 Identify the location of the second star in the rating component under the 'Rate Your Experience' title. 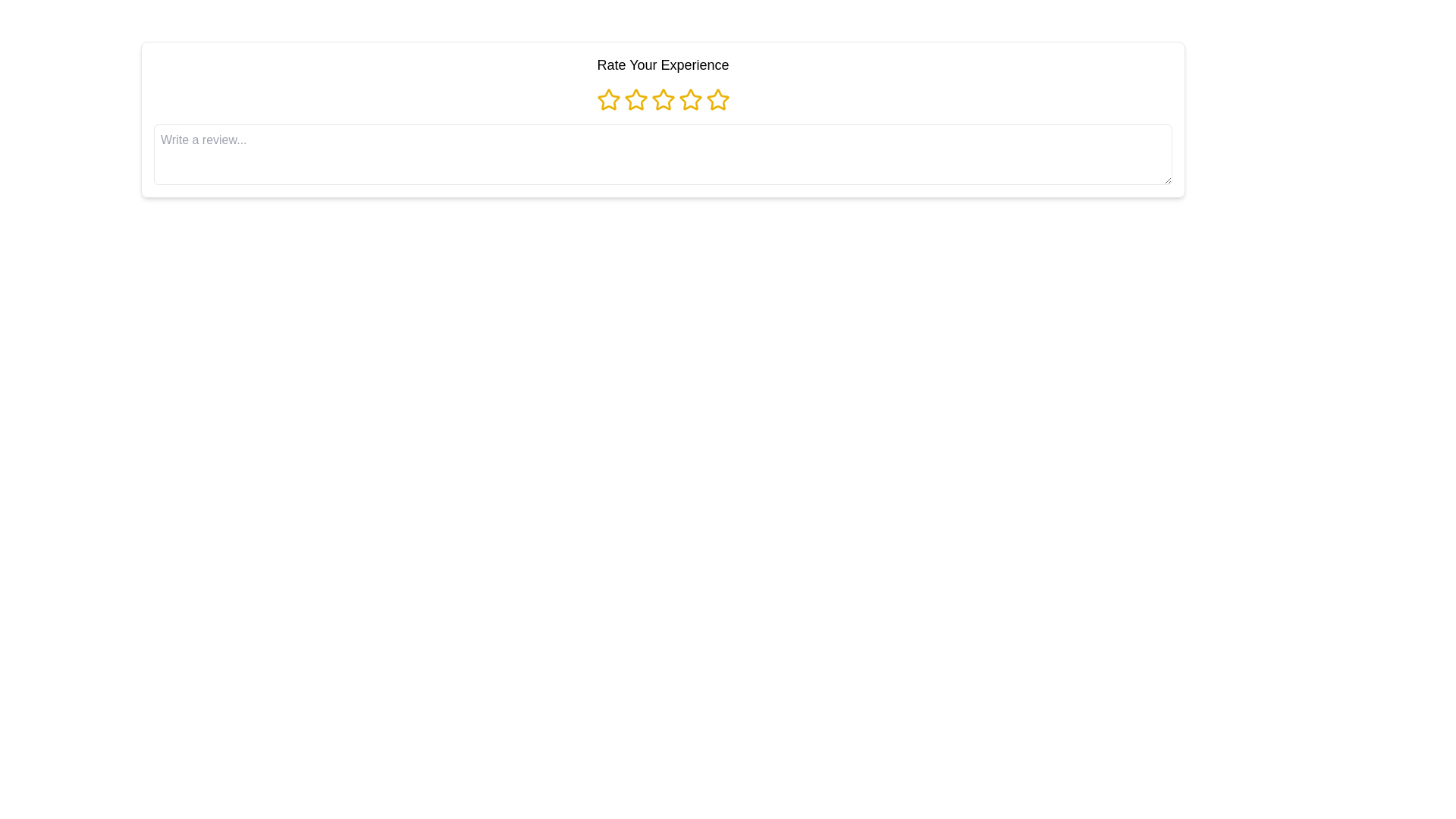
(635, 99).